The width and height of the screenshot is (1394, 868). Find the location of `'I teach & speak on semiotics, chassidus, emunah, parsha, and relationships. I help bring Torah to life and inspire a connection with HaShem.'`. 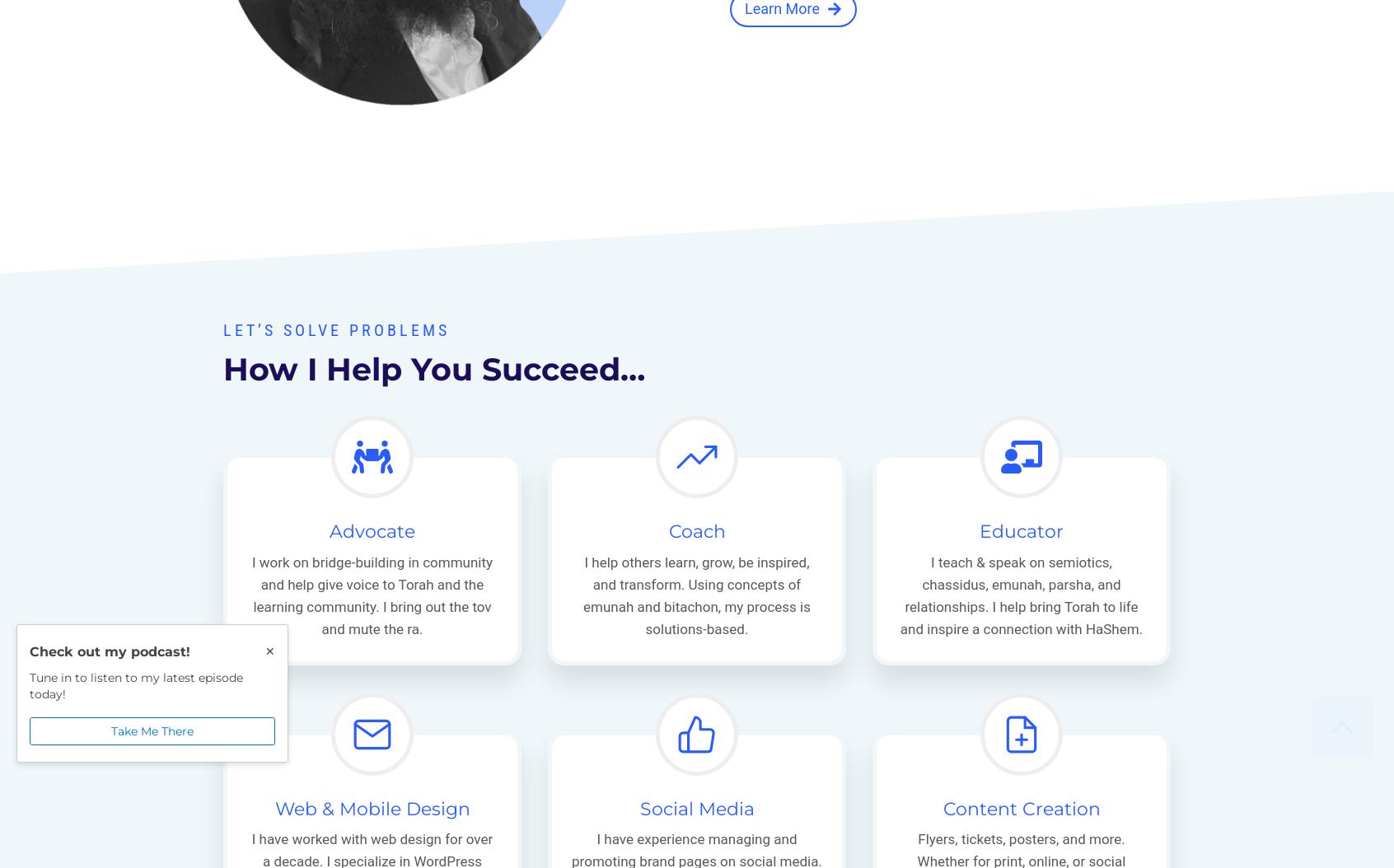

'I teach & speak on semiotics, chassidus, emunah, parsha, and relationships. I help bring Torah to life and inspire a connection with HaShem.' is located at coordinates (1021, 595).